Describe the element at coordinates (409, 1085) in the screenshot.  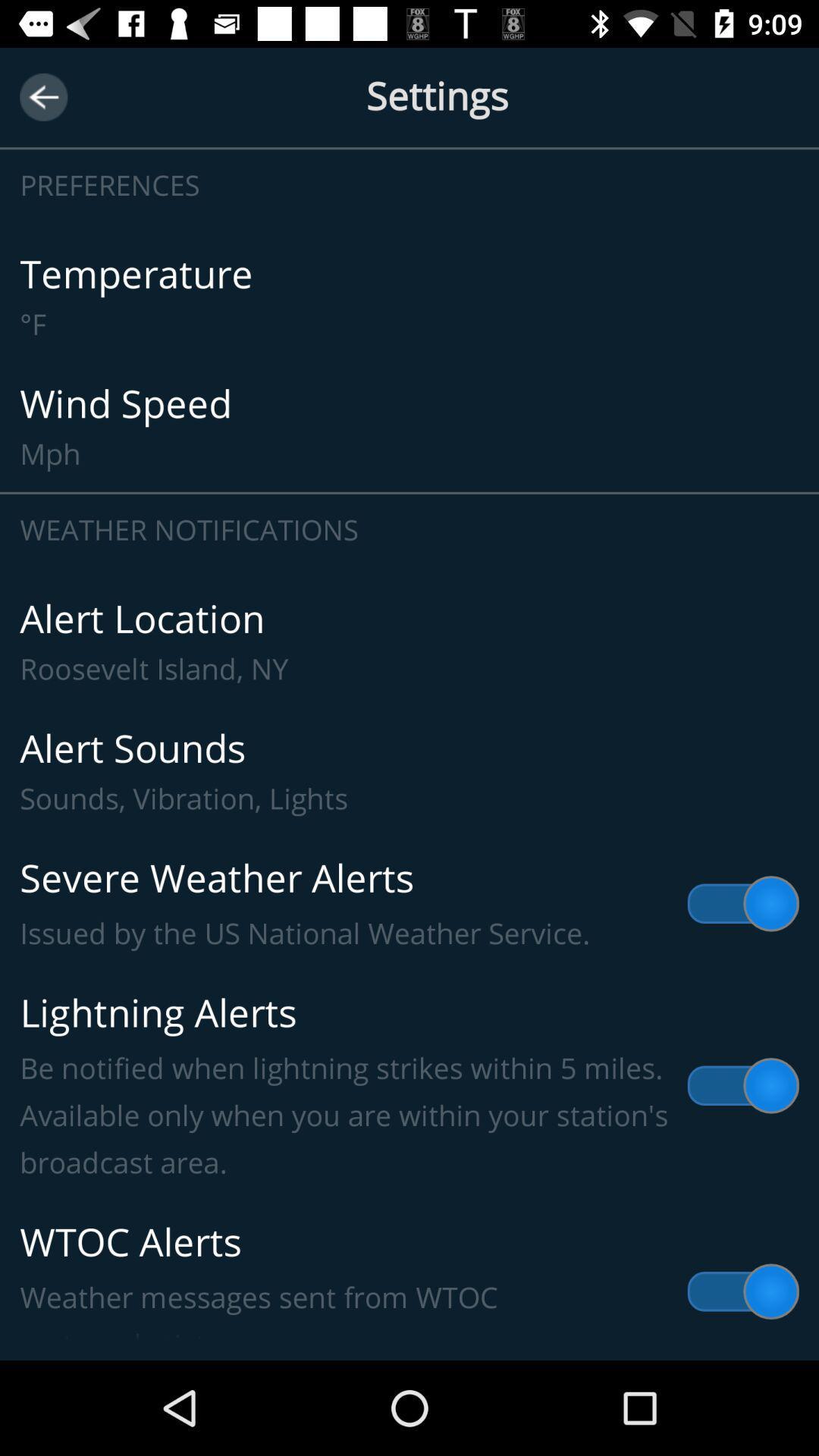
I see `icon below the severe weather alerts icon` at that location.